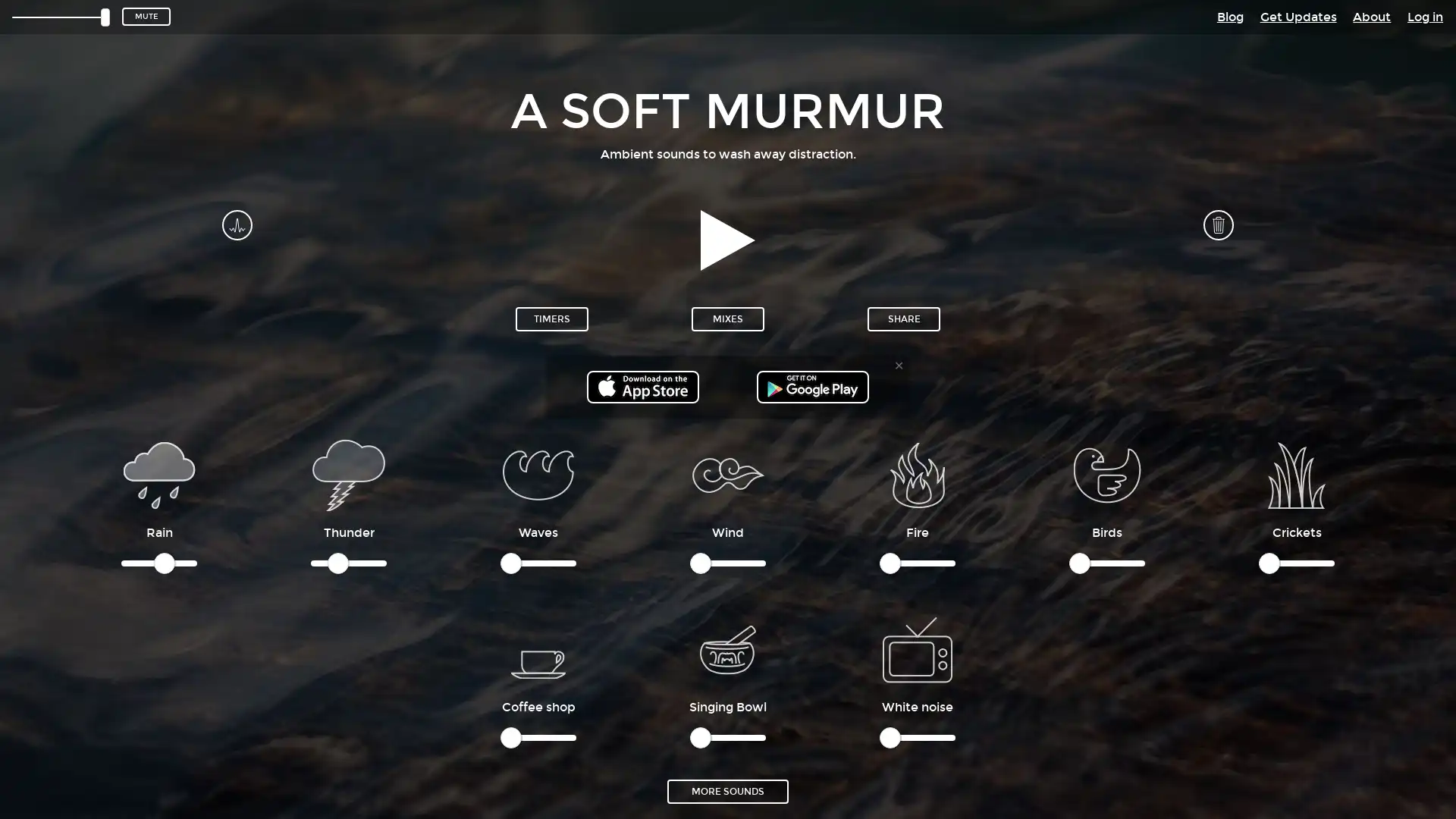  I want to click on When meander is active, the volume of each active sound wanders up and down at random., so click(236, 224).